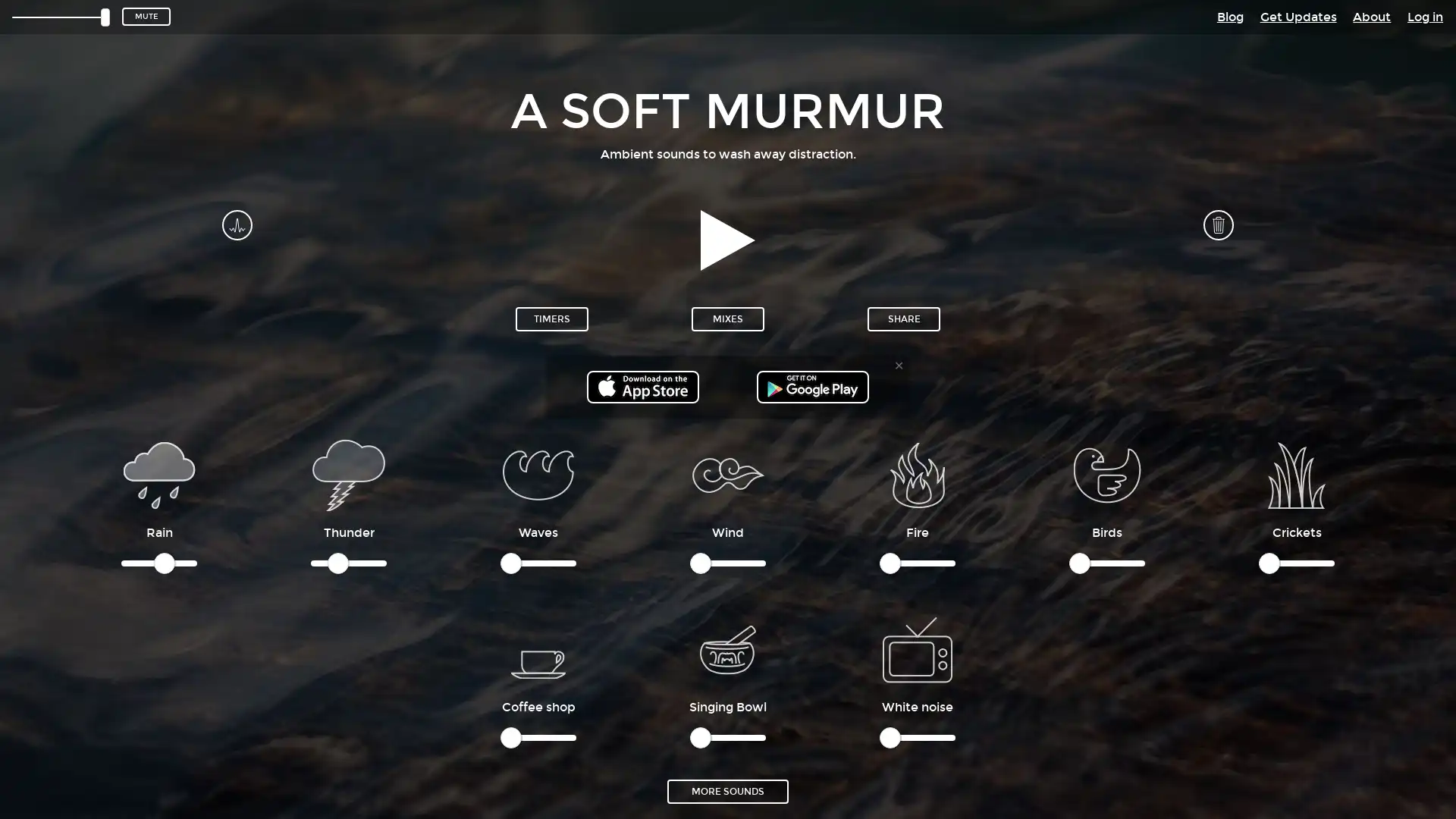  I want to click on When meander is active, the volume of each active sound wanders up and down at random., so click(236, 224).